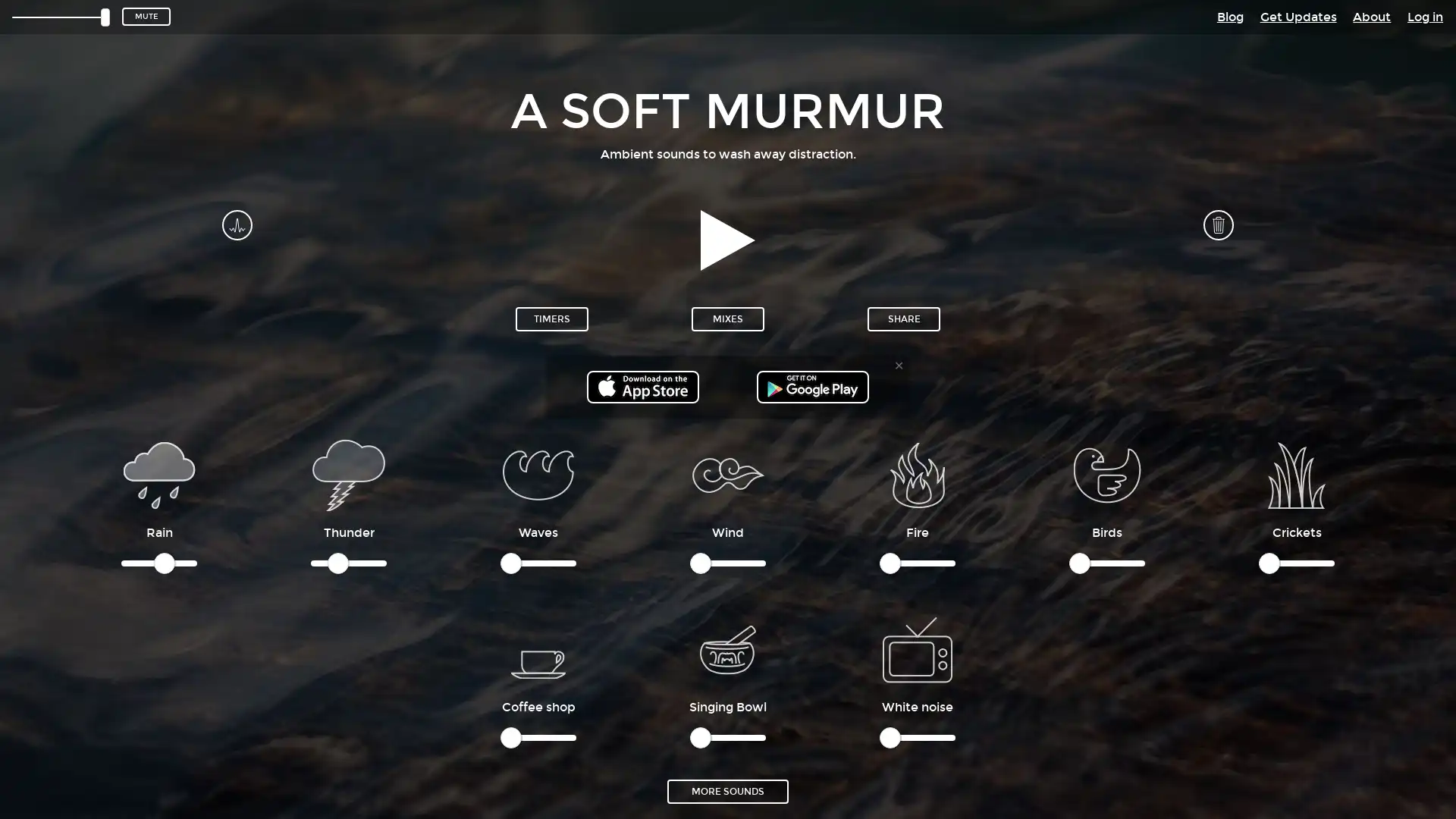  I want to click on When meander is active, the volume of each active sound wanders up and down at random., so click(236, 224).